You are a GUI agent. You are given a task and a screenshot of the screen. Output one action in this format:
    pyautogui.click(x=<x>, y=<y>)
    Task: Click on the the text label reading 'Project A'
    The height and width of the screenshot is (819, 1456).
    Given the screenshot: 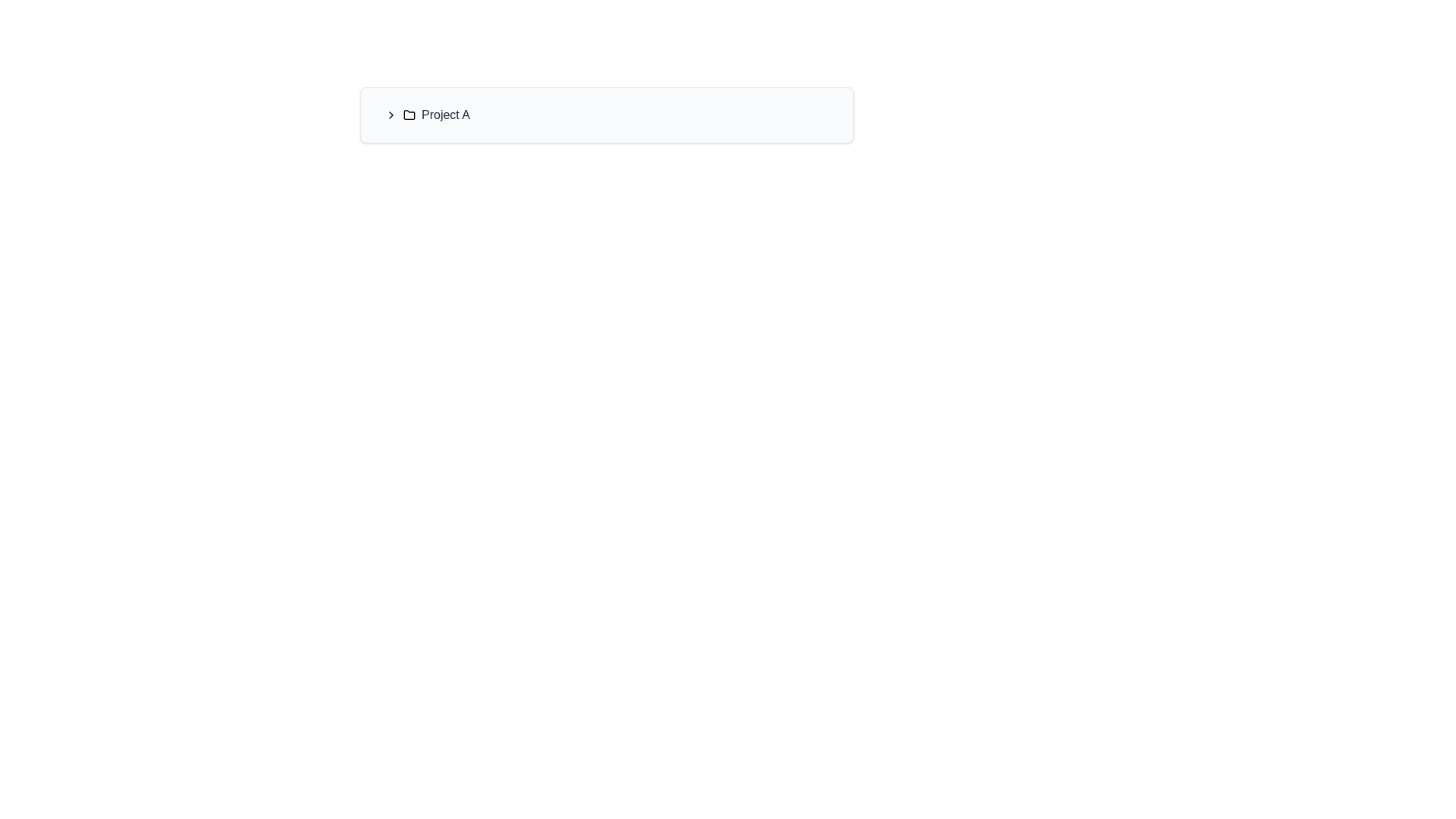 What is the action you would take?
    pyautogui.click(x=445, y=114)
    